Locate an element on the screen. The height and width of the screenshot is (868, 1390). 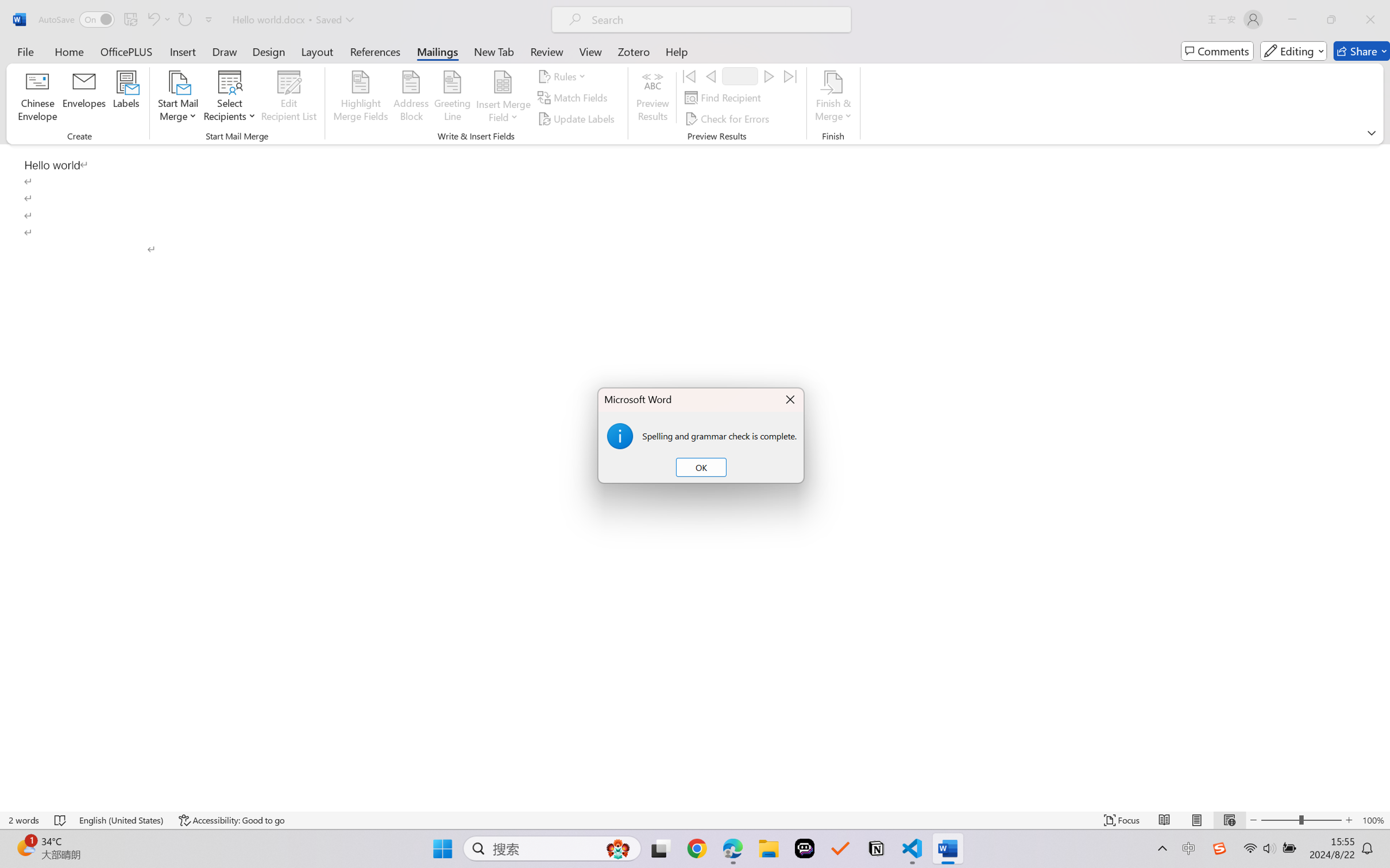
'Rules' is located at coordinates (563, 75).